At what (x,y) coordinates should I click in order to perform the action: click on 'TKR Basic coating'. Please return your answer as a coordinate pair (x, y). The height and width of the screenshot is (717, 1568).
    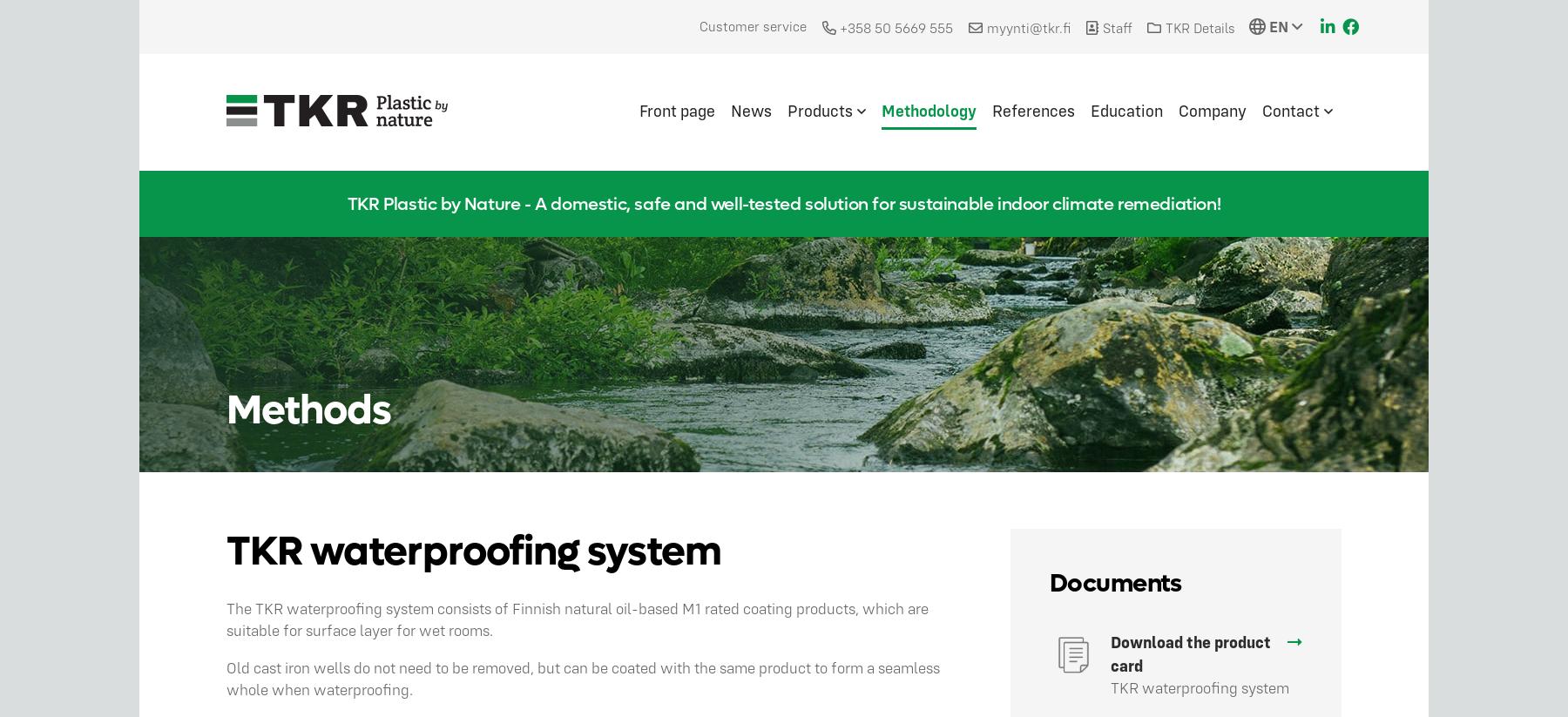
    Looking at the image, I should click on (870, 152).